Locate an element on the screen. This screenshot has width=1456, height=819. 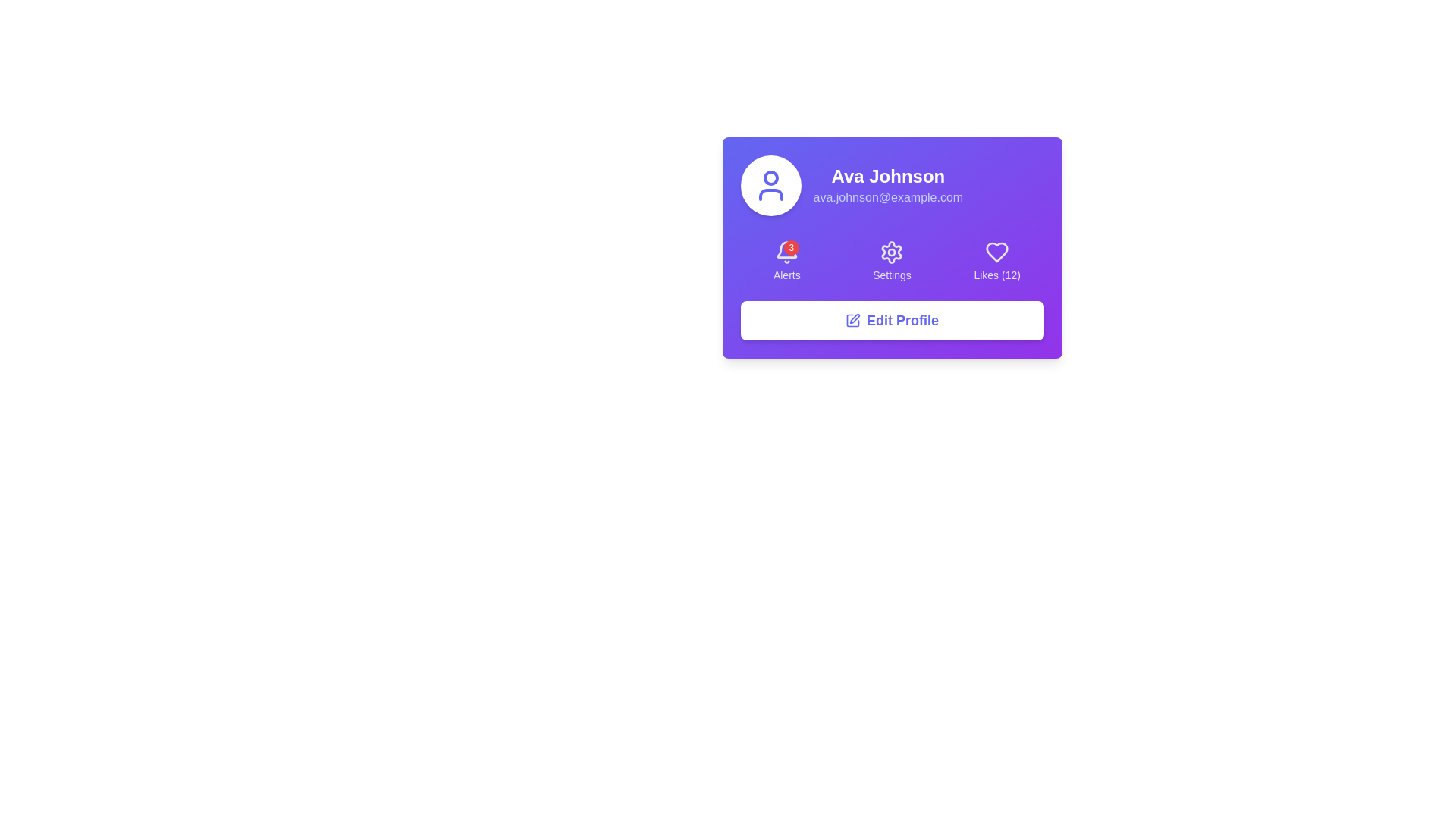
the Icon Frame graphical component that outlines the icon representation in the lower-right corner of the settings panel within the edit profile interface is located at coordinates (852, 320).